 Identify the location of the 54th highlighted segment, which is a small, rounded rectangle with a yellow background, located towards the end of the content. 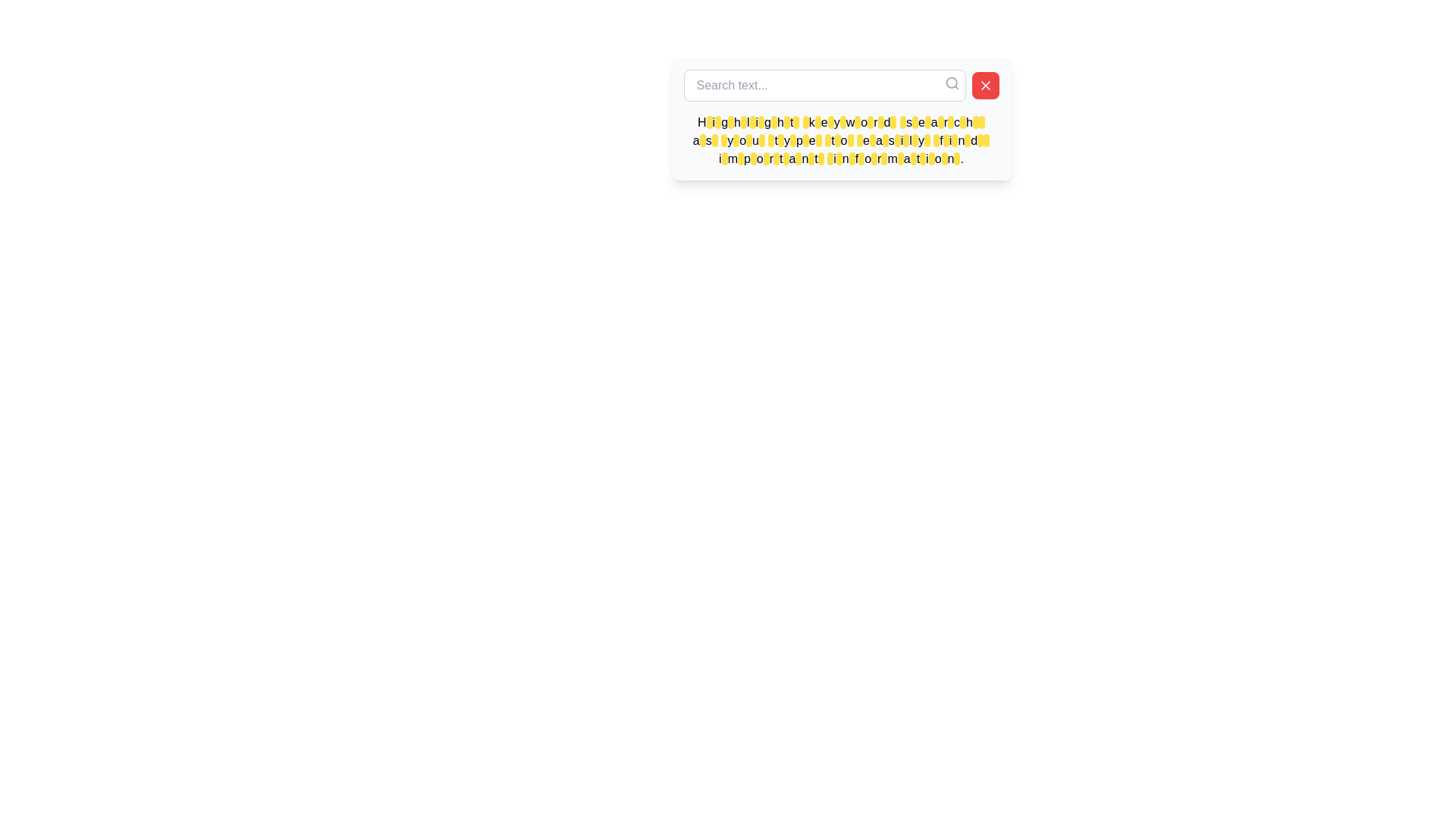
(922, 158).